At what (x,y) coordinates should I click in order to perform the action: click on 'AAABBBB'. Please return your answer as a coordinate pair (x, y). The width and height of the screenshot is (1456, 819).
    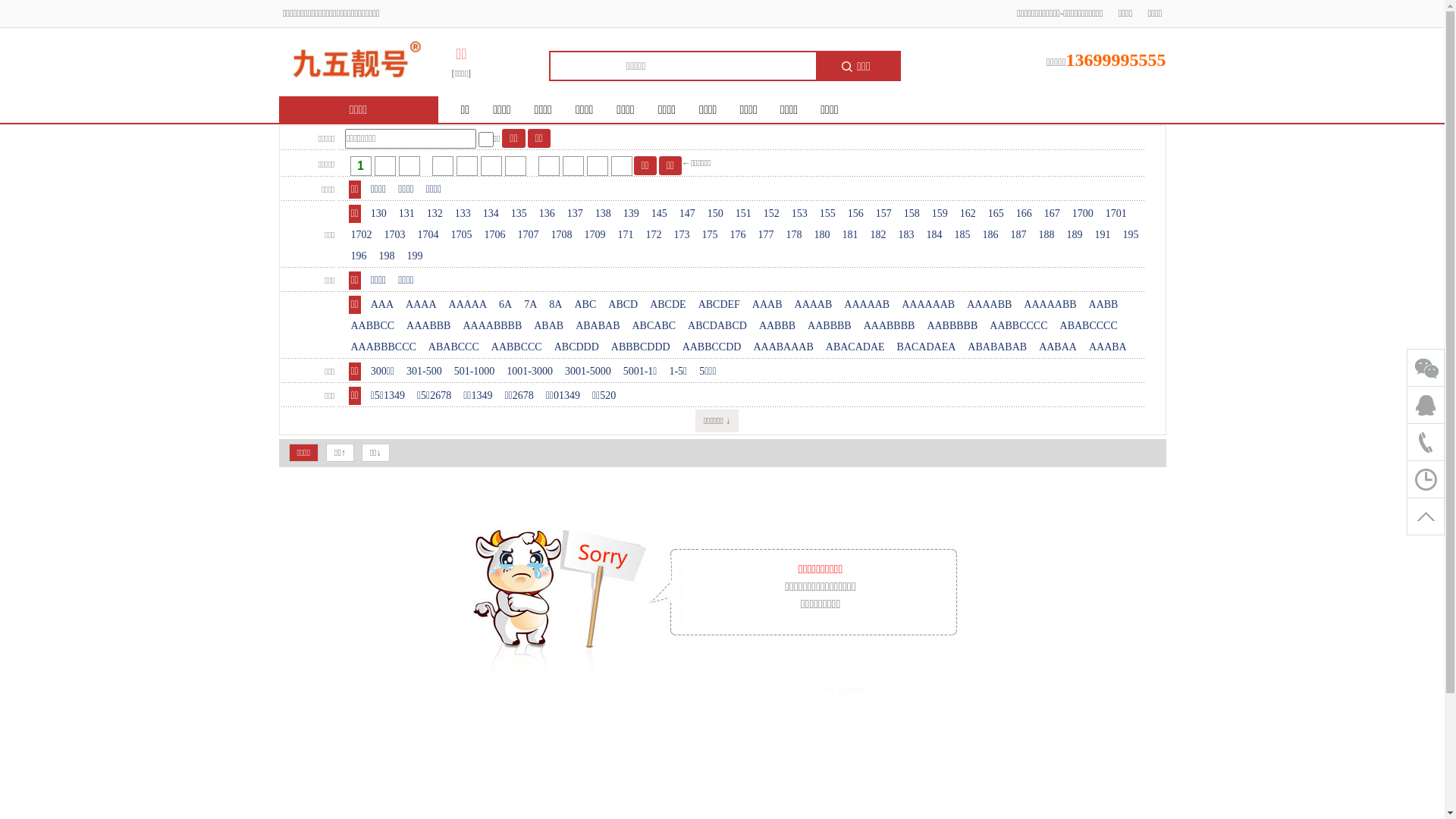
    Looking at the image, I should click on (889, 325).